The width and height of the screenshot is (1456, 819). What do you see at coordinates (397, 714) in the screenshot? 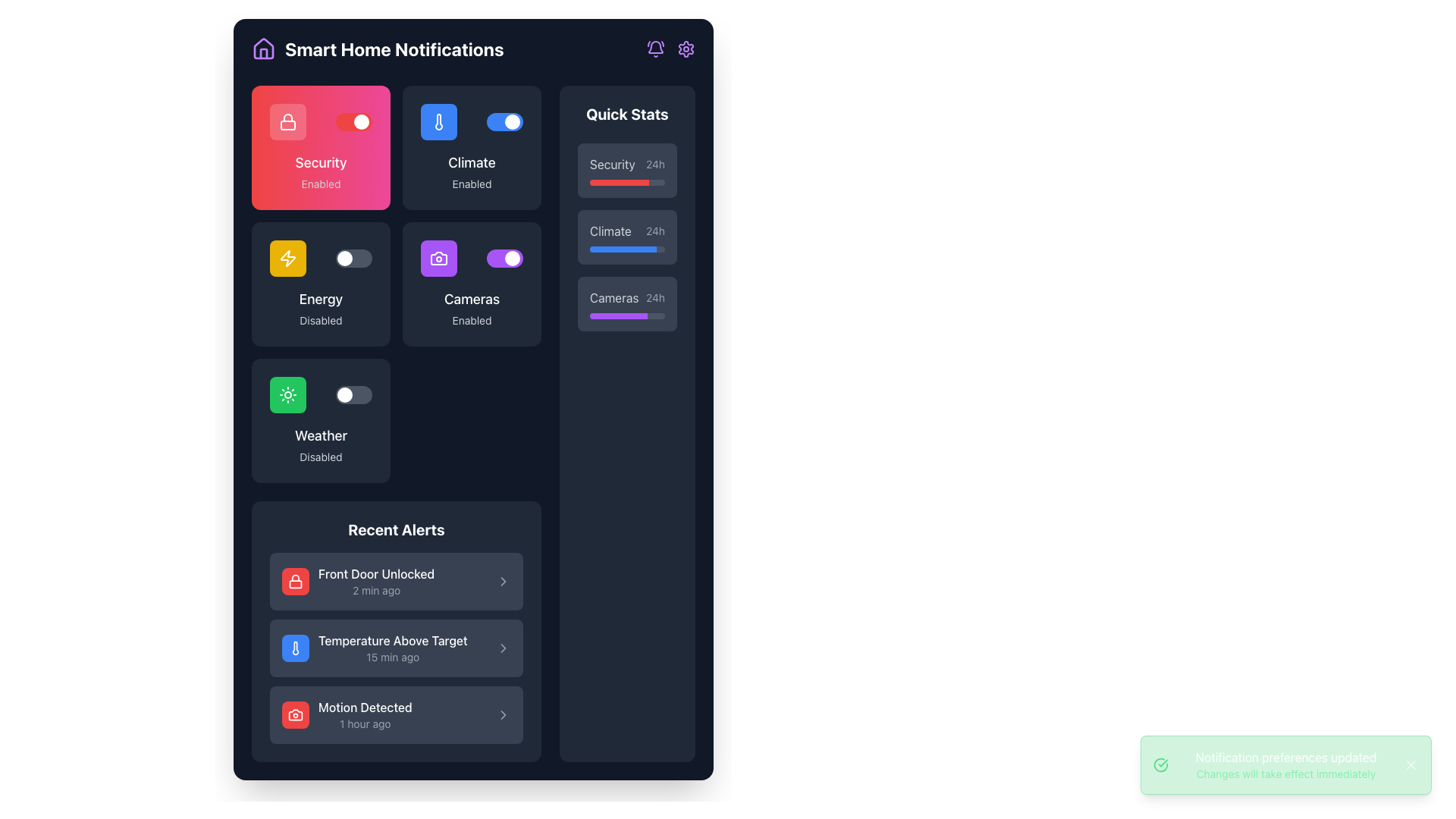
I see `the third notification block in the 'Recent Alerts' section` at bounding box center [397, 714].